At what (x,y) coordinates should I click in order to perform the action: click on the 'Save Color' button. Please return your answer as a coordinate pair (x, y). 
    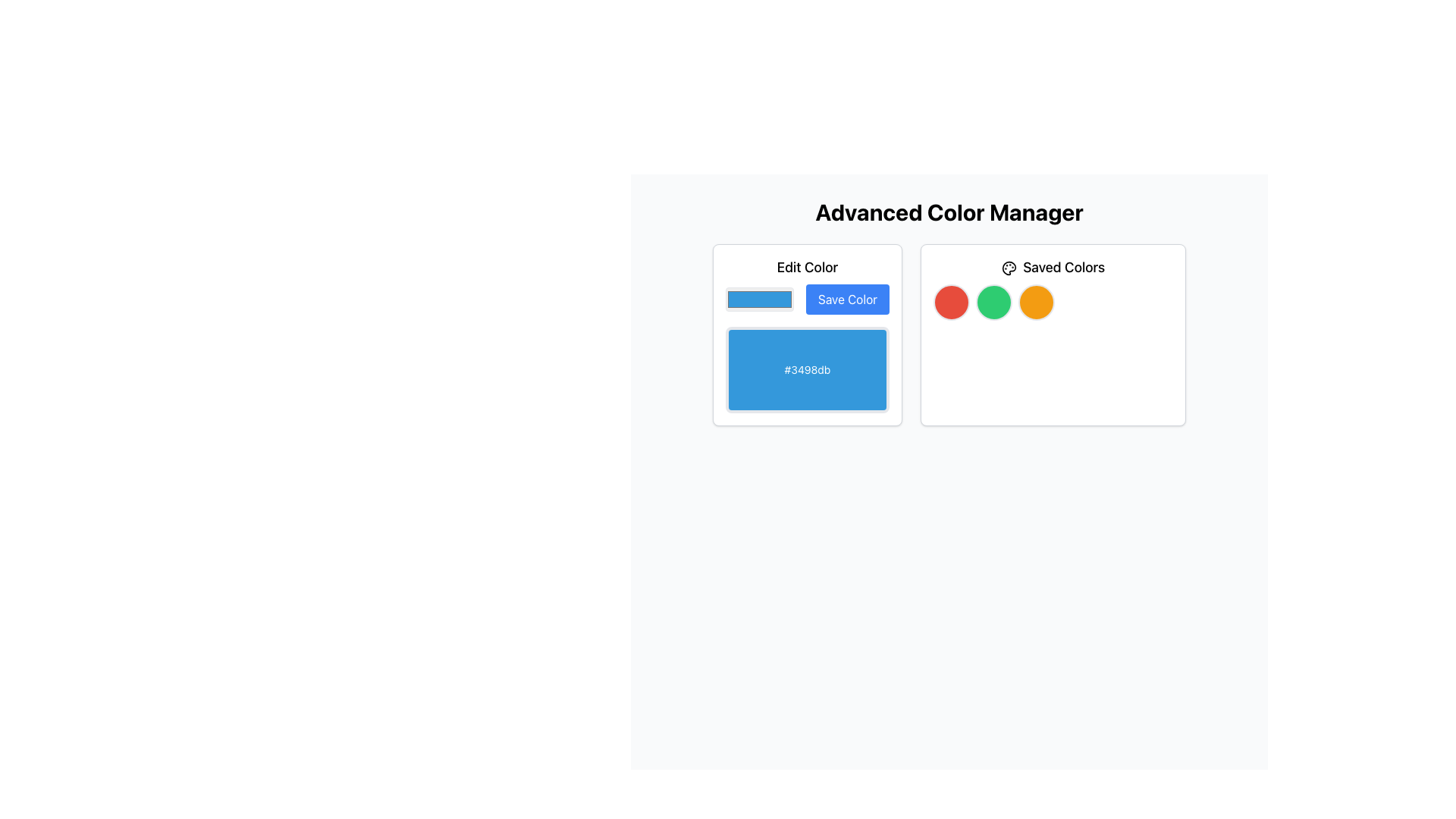
    Looking at the image, I should click on (847, 299).